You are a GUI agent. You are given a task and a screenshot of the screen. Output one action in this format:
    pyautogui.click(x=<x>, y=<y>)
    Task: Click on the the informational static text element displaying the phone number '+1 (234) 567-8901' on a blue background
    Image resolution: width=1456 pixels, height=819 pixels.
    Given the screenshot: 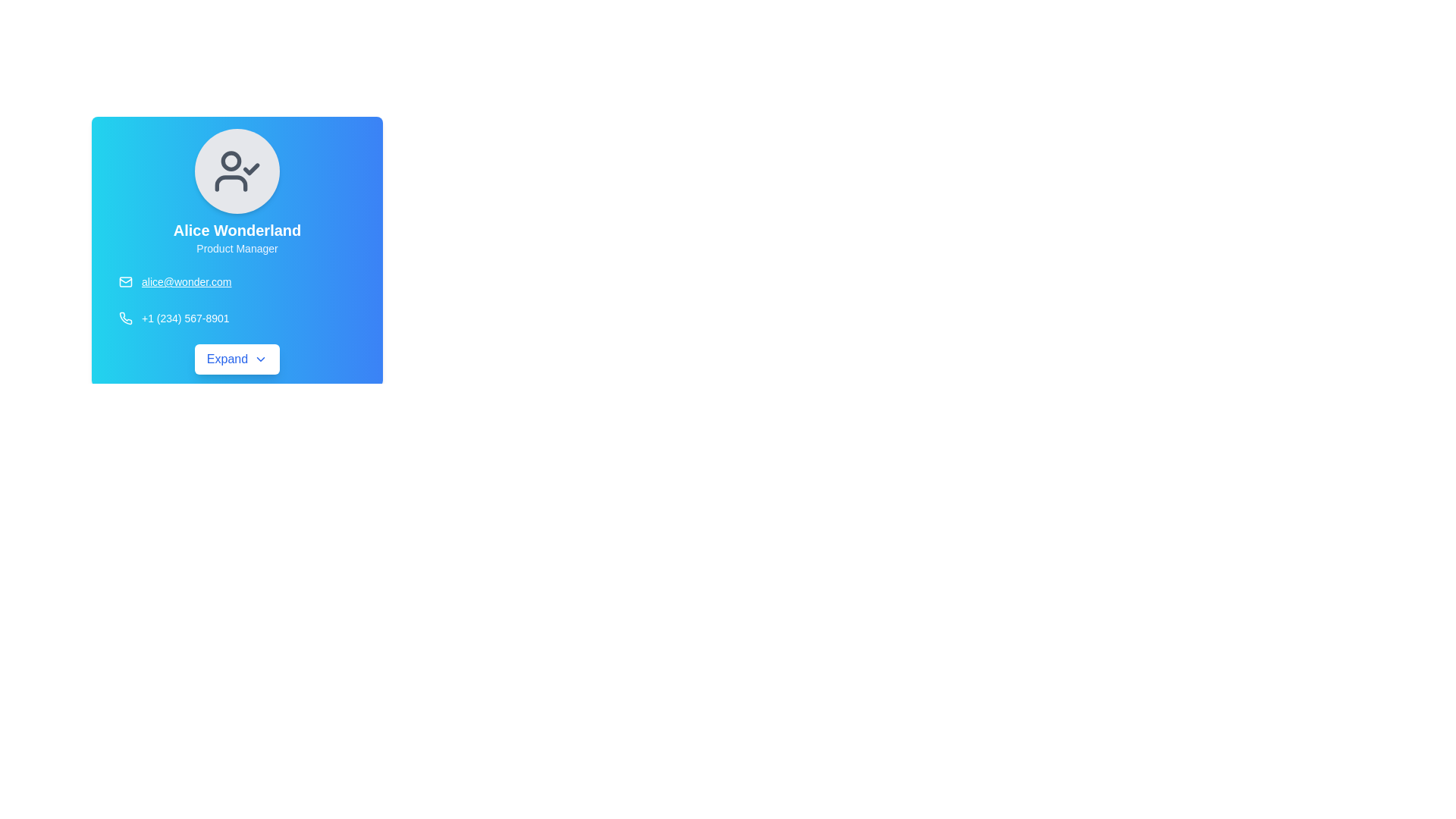 What is the action you would take?
    pyautogui.click(x=184, y=318)
    